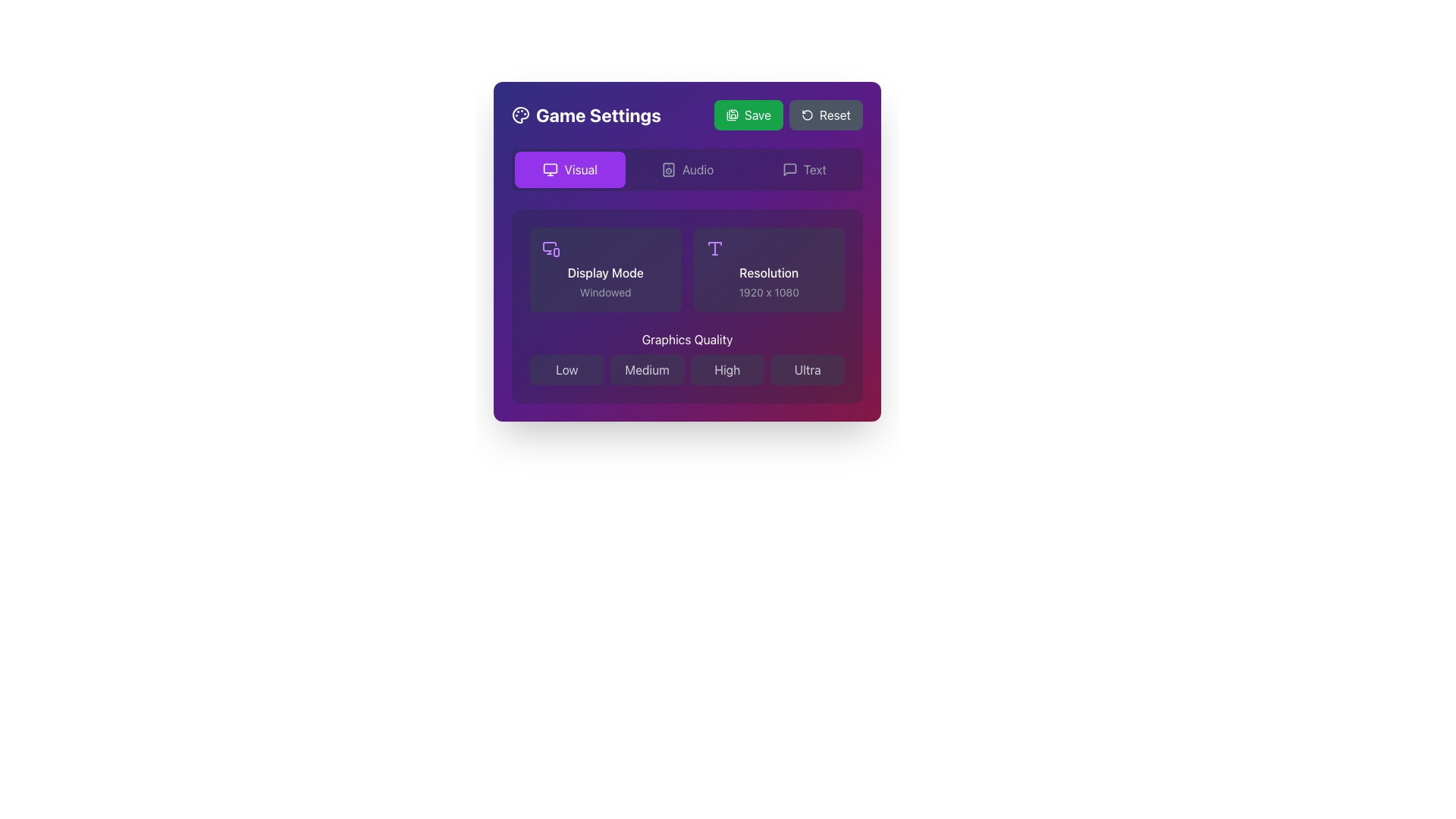  Describe the element at coordinates (604, 292) in the screenshot. I see `the 'Windowed' text label, which is displayed in gray color and situated below the 'Display Mode' text in the visual settings interface` at that location.